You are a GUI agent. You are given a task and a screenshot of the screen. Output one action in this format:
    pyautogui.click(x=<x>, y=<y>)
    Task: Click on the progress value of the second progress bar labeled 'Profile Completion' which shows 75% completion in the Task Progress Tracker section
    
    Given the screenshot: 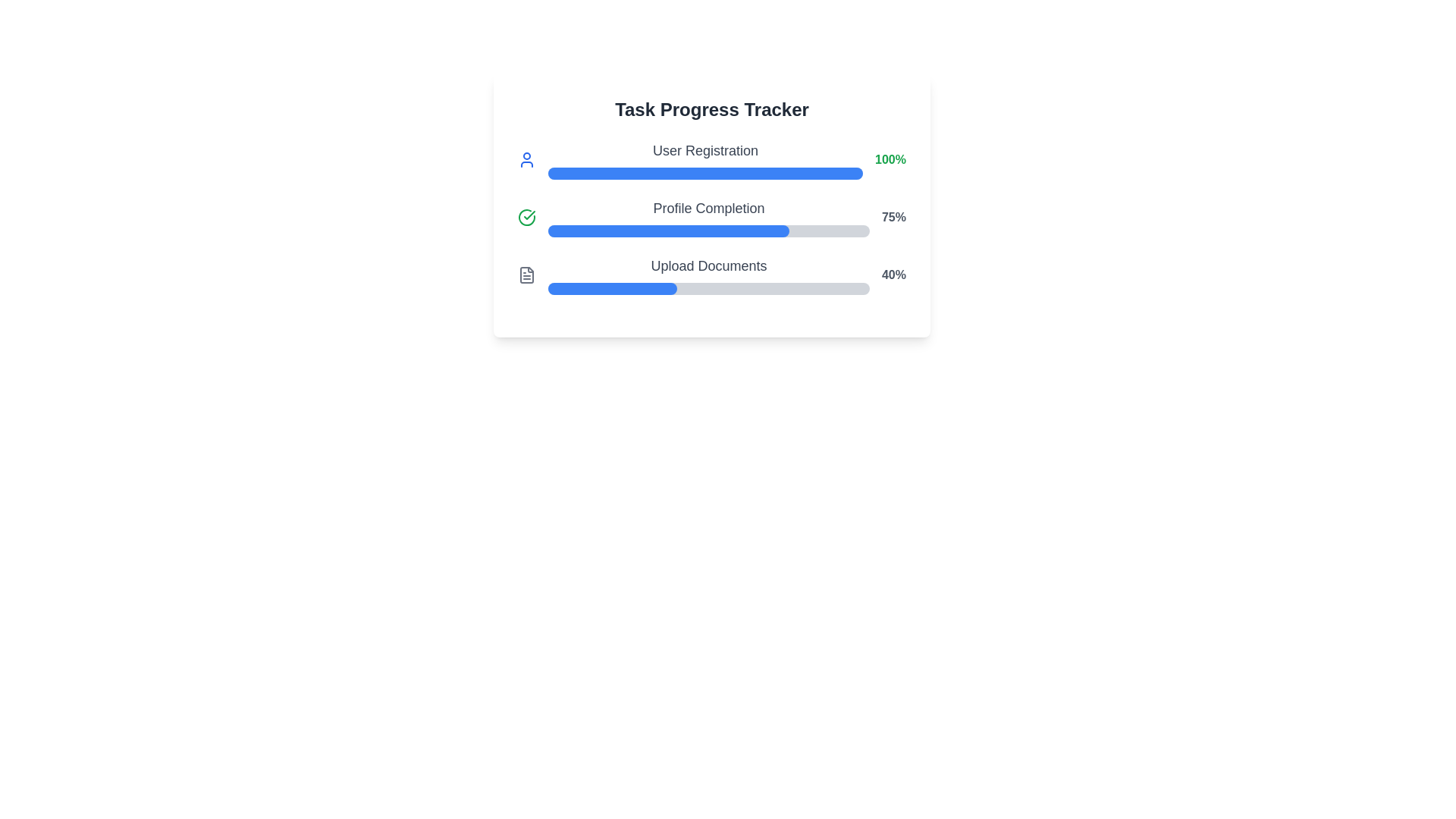 What is the action you would take?
    pyautogui.click(x=711, y=217)
    